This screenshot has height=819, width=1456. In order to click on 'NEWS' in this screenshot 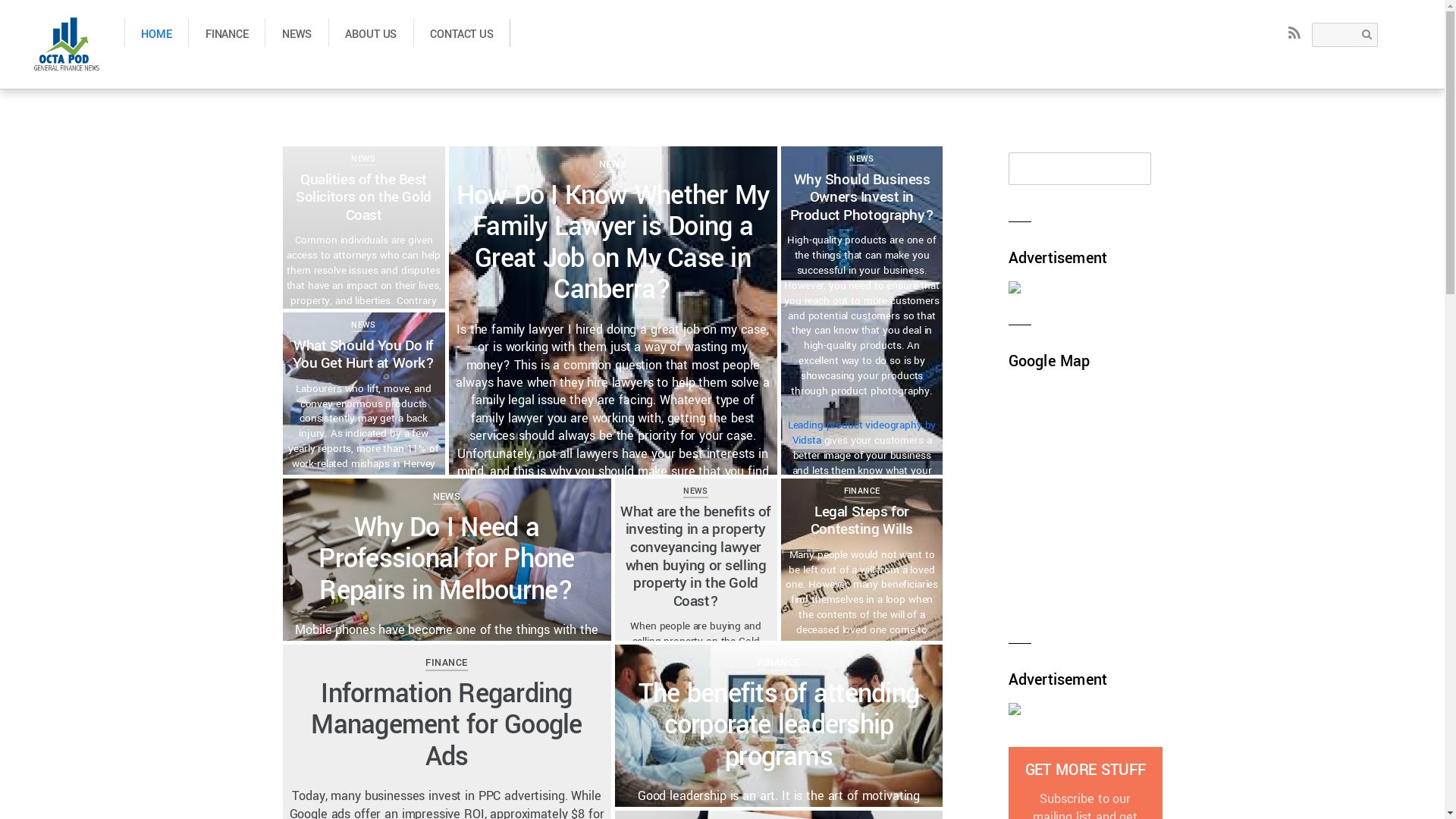, I will do `click(446, 496)`.